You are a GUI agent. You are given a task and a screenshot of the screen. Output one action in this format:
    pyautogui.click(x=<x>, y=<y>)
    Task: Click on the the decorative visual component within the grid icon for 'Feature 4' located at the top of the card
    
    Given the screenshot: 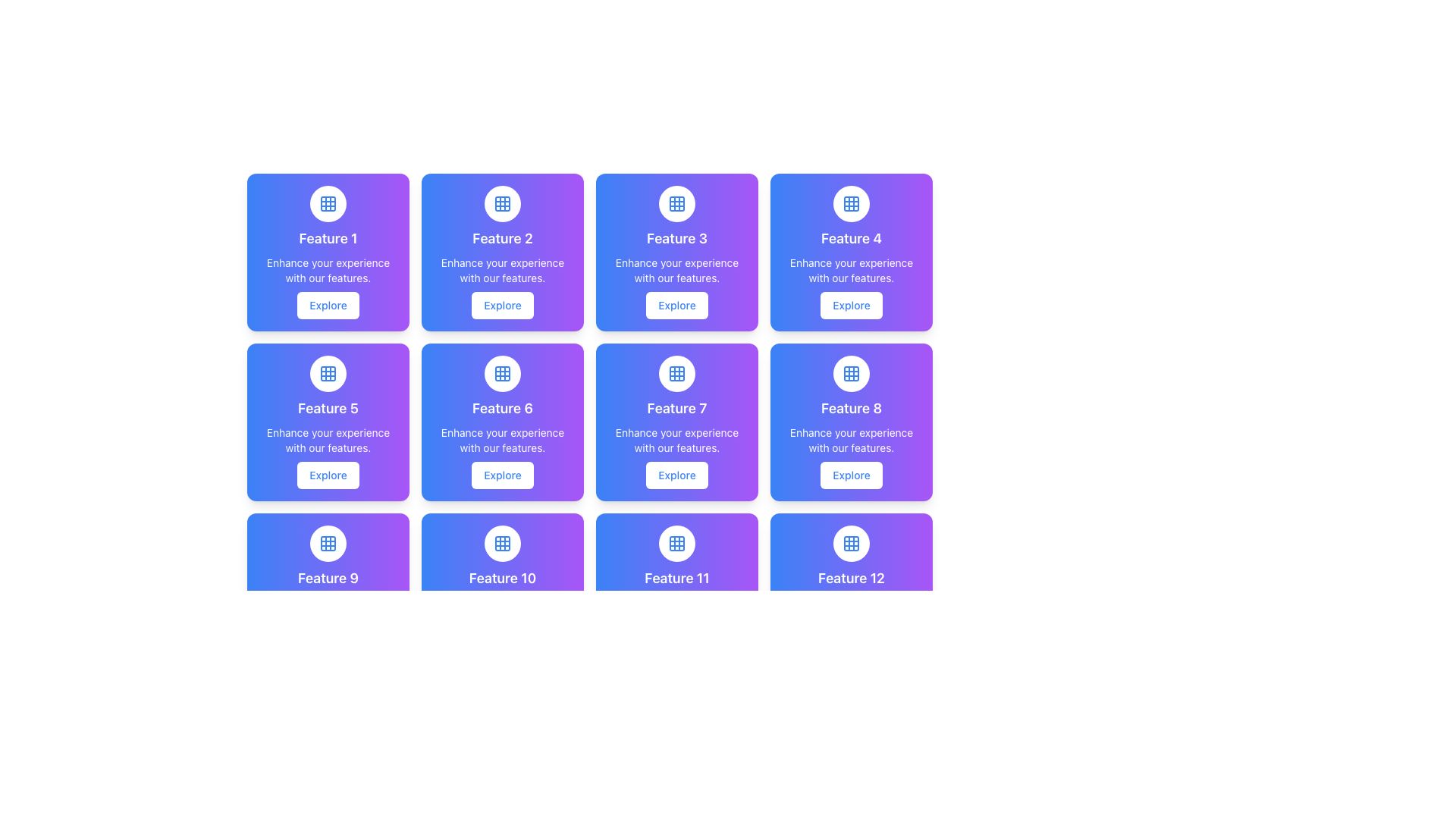 What is the action you would take?
    pyautogui.click(x=852, y=203)
    